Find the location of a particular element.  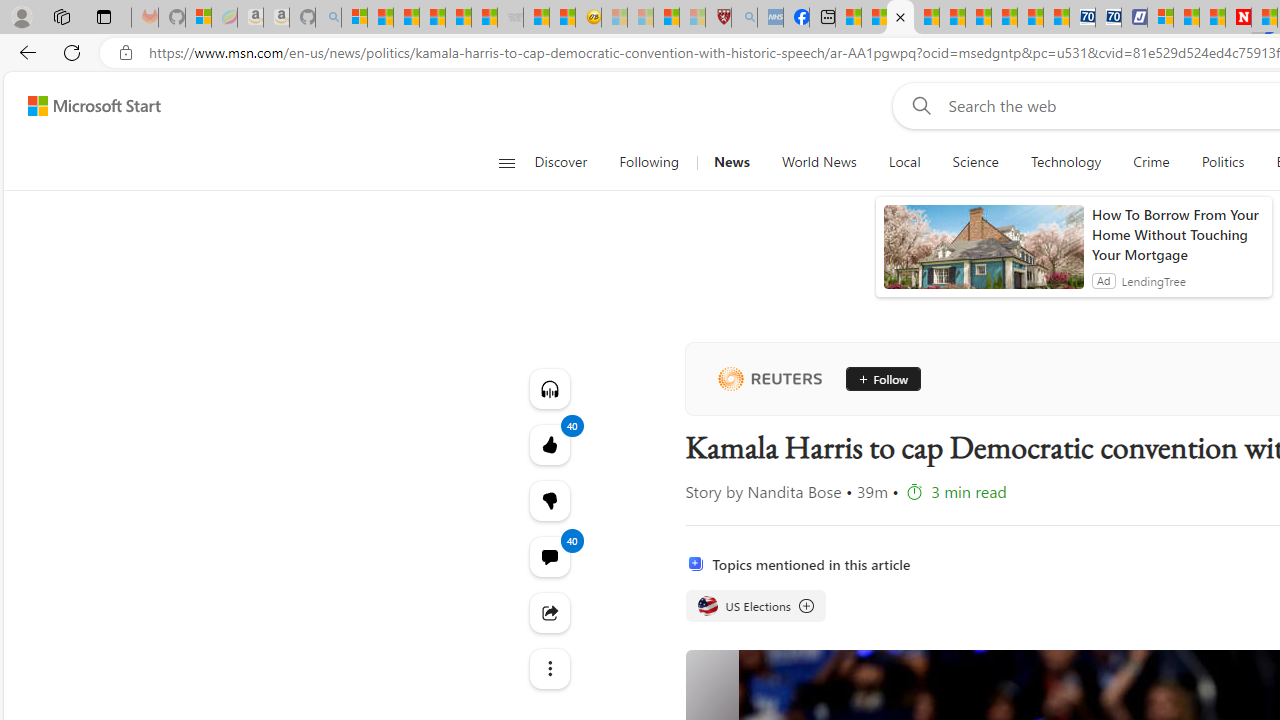

'Technology' is located at coordinates (1064, 162).